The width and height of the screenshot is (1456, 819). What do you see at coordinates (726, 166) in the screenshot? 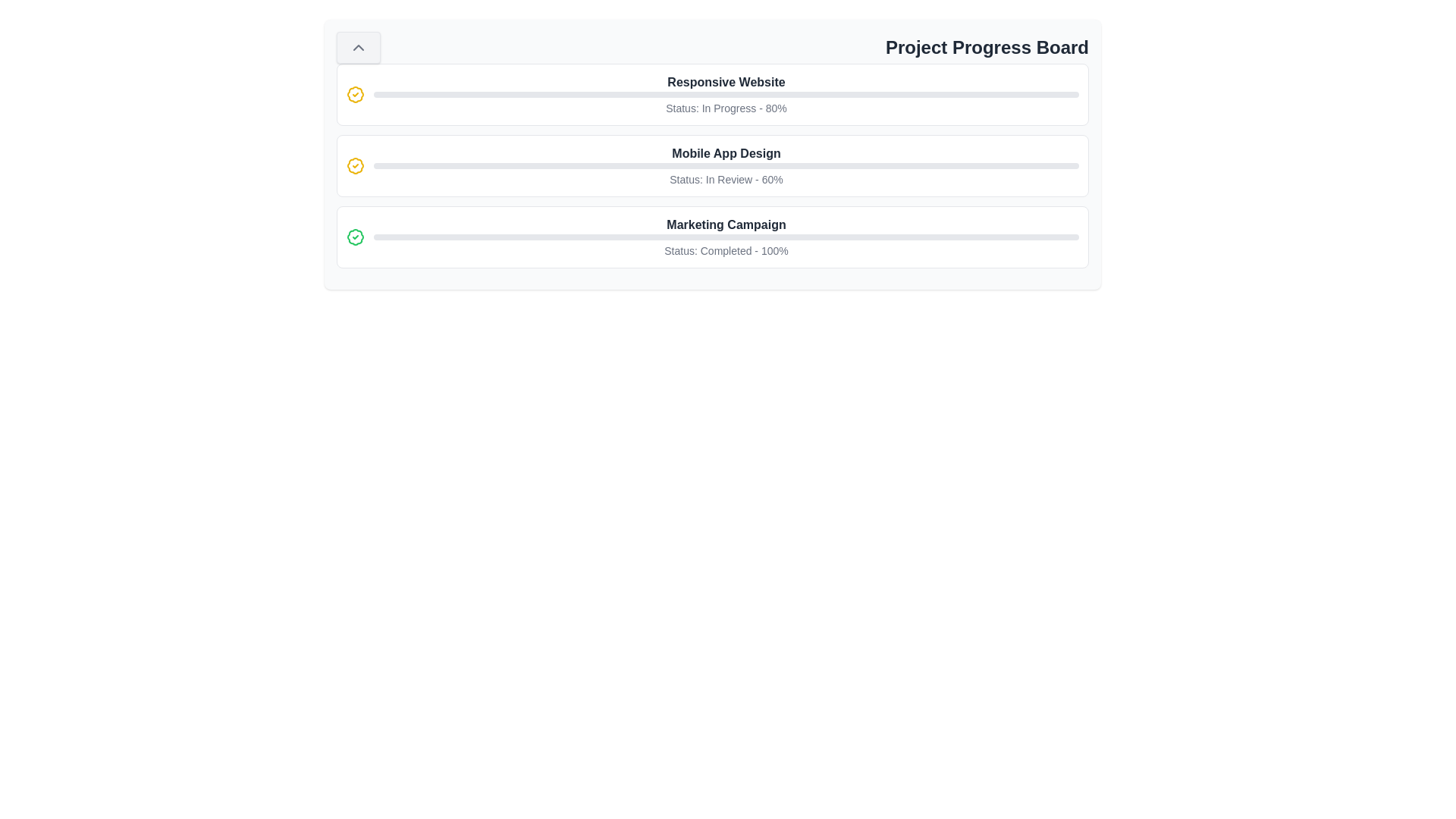
I see `the progress bar indicating the completion of the 'Mobile App Design' project, which shows that it is 60% complete` at bounding box center [726, 166].